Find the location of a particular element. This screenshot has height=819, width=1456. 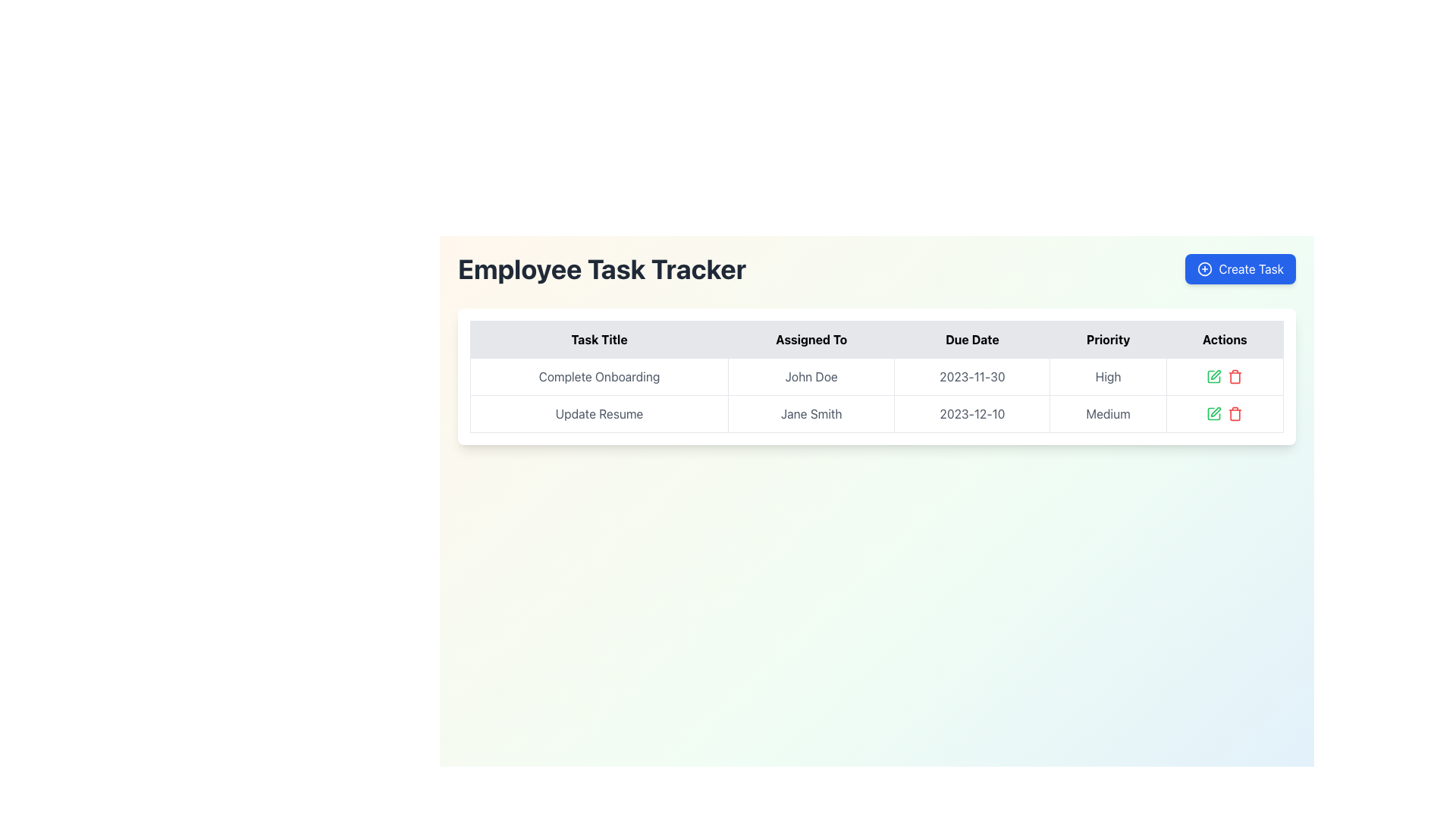

the Text Label column header that indicates due dates, which is the third item in the header row of the table, located between 'Assigned To' and 'Priority' is located at coordinates (972, 338).